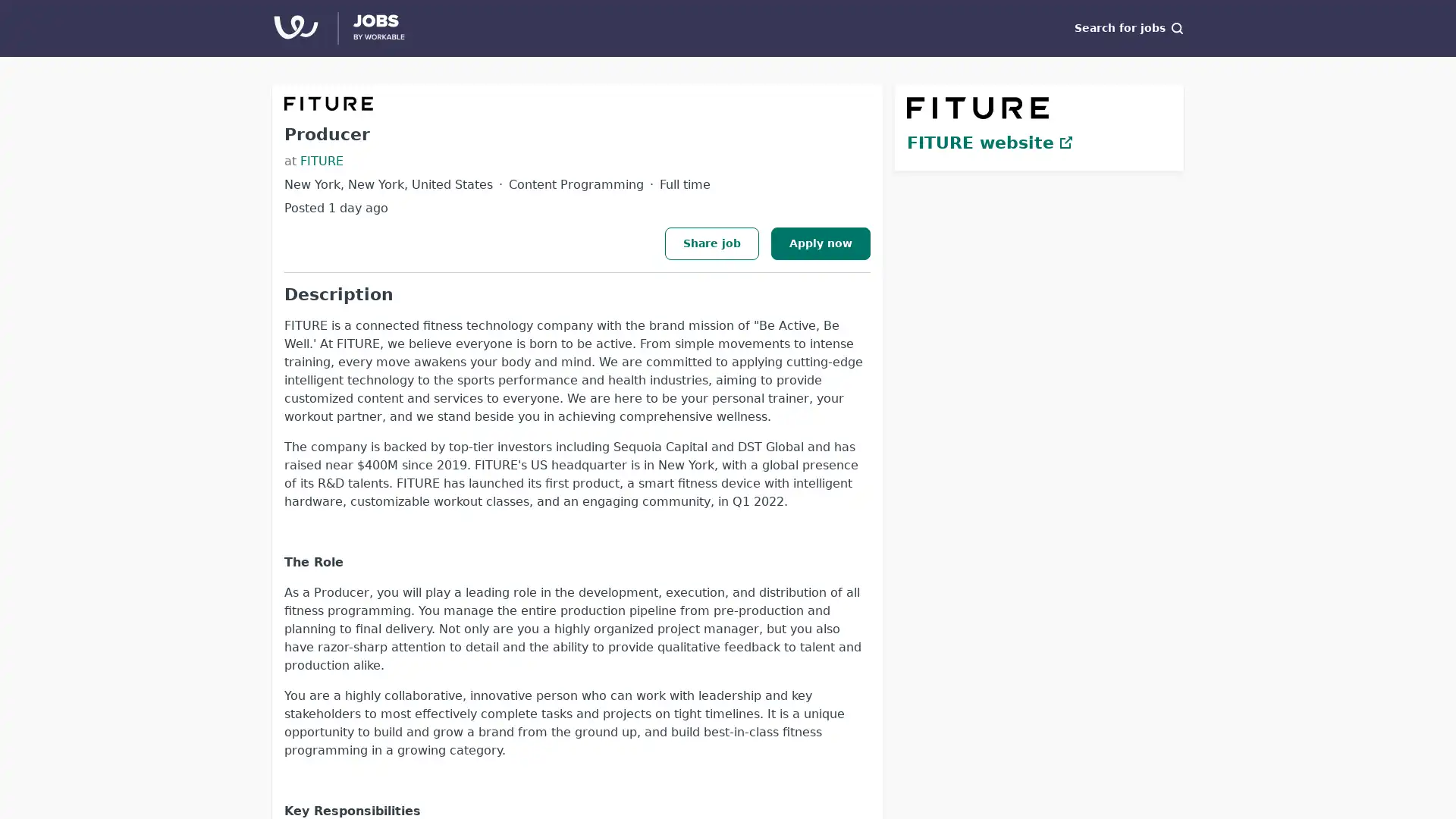 The height and width of the screenshot is (819, 1456). I want to click on Apply now, so click(820, 242).